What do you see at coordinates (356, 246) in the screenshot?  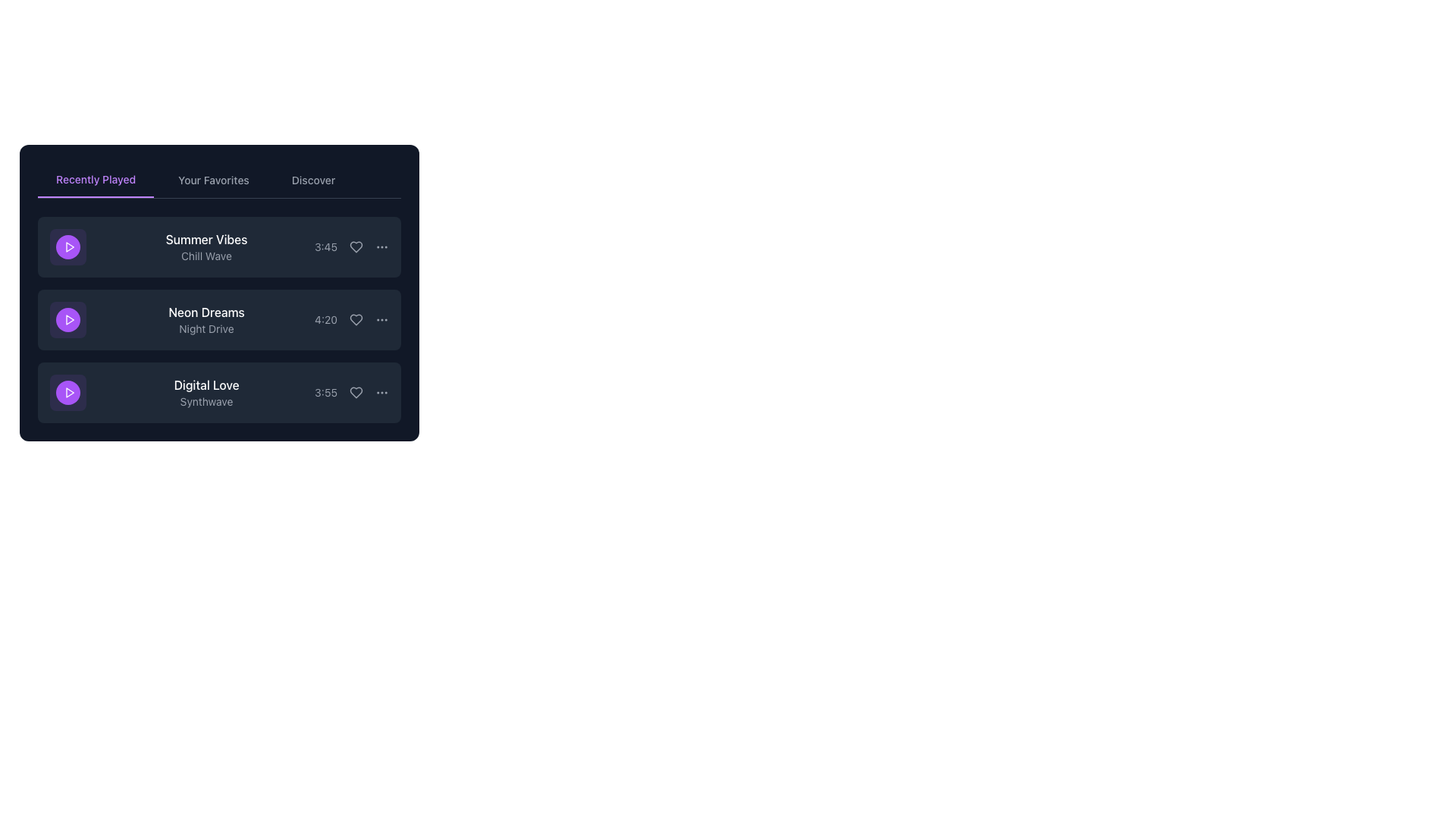 I see `the 'like' icon in the 'Recently Played' section` at bounding box center [356, 246].